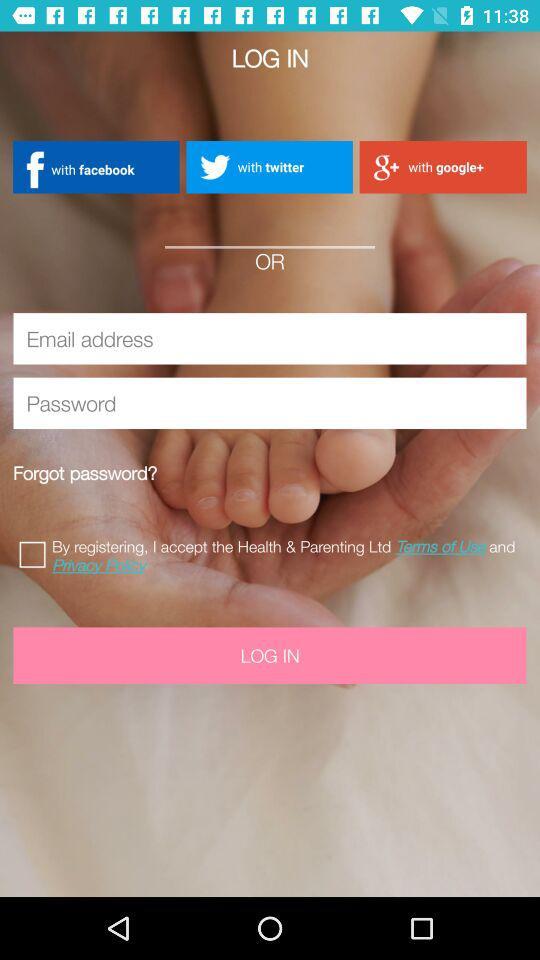 This screenshot has width=540, height=960. Describe the element at coordinates (270, 338) in the screenshot. I see `insert email` at that location.